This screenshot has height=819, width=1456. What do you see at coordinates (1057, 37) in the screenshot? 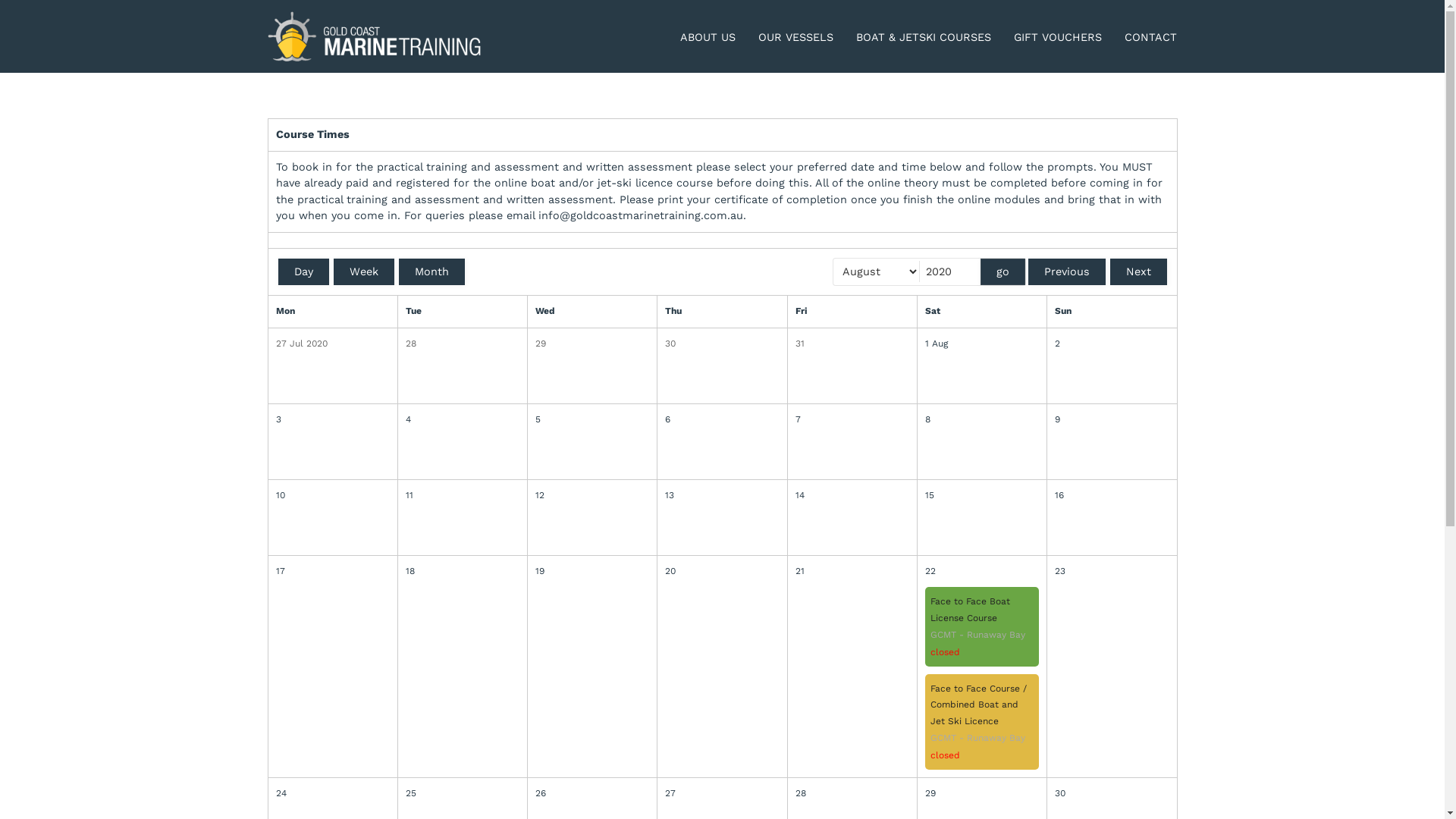
I see `'GIFT VOUCHERS'` at bounding box center [1057, 37].